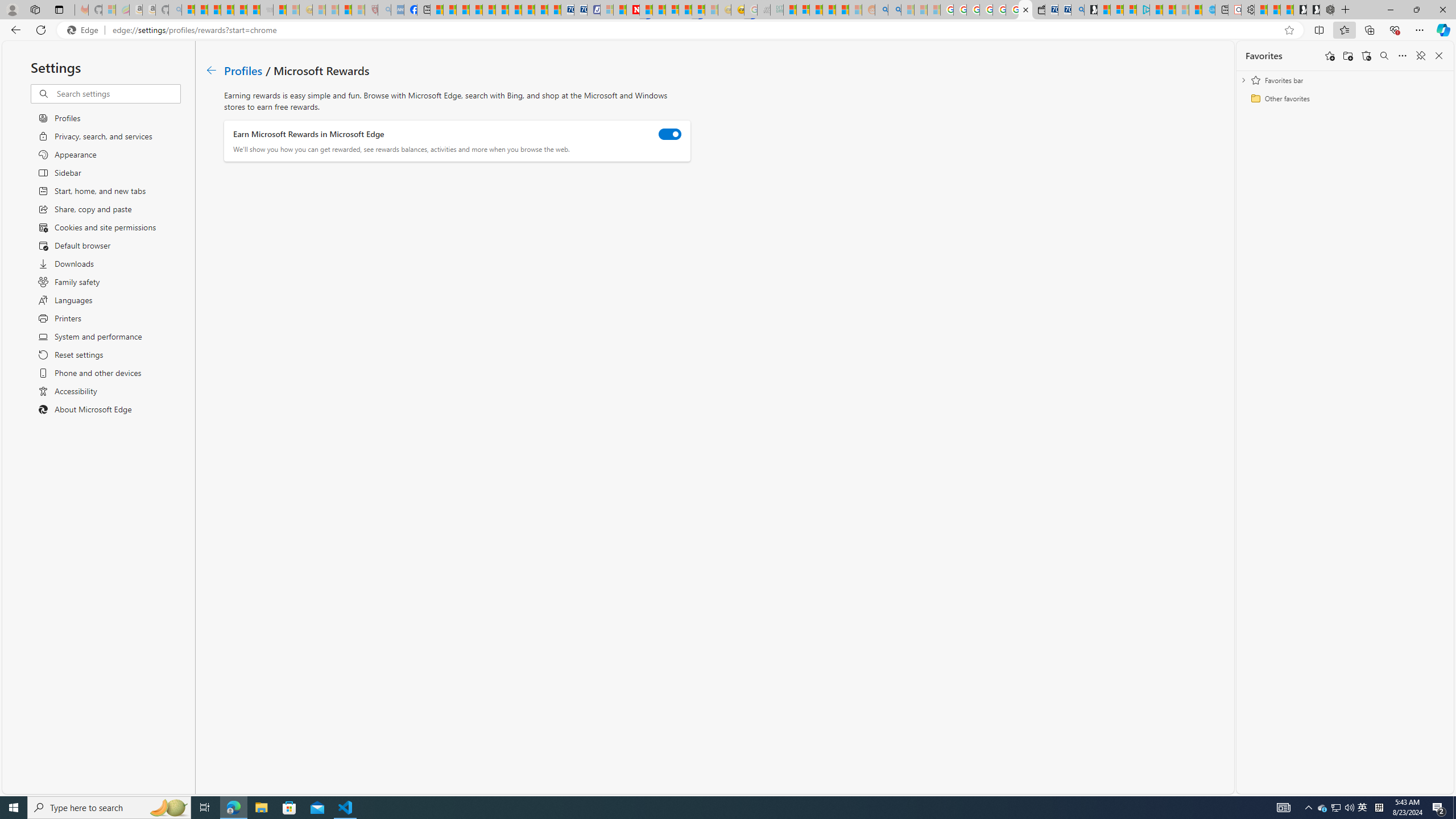 The width and height of the screenshot is (1456, 819). Describe the element at coordinates (1313, 9) in the screenshot. I see `'Play Free Online Games | Games from Microsoft Start'` at that location.